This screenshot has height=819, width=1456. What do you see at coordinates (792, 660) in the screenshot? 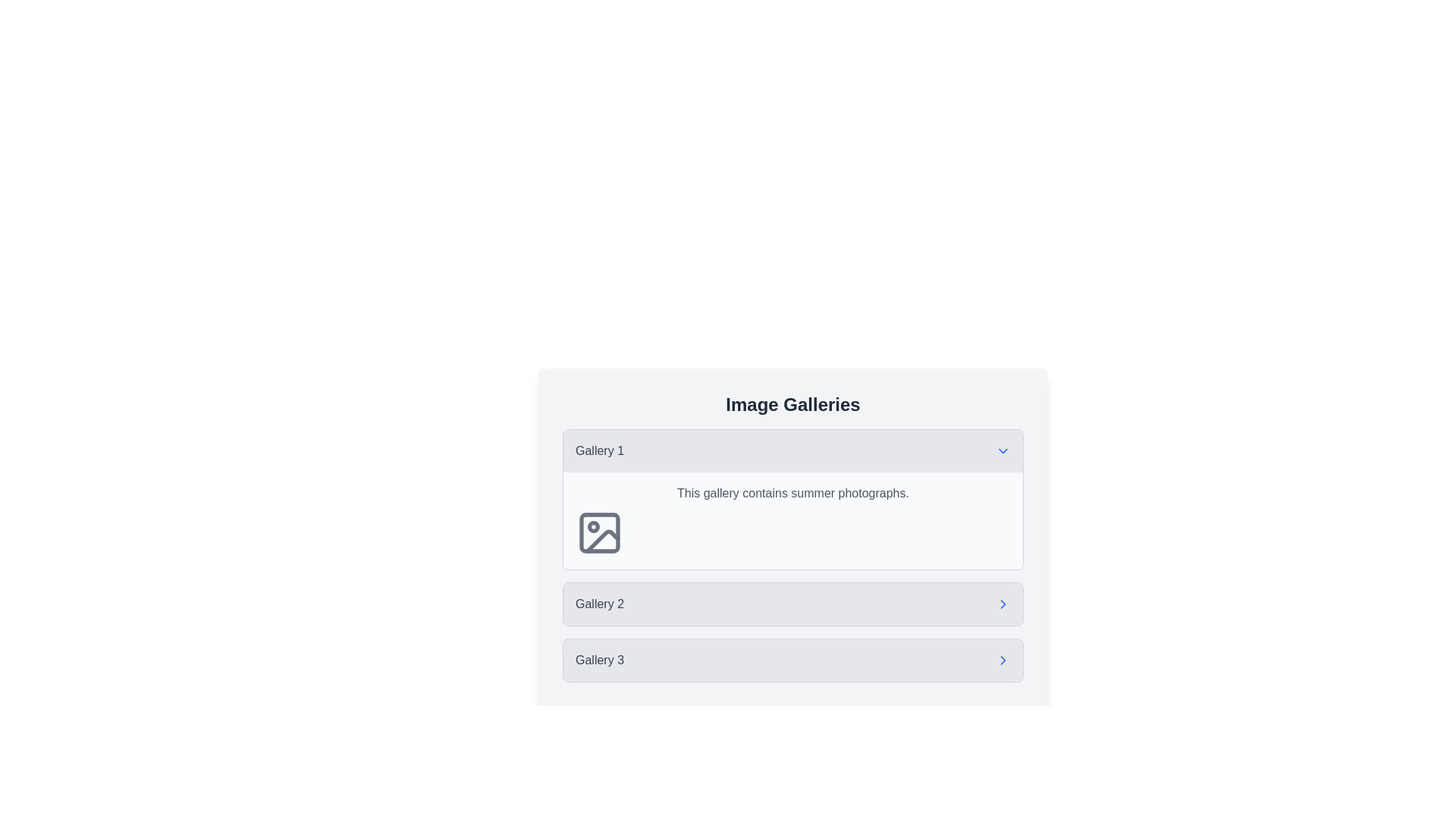
I see `the navigational button located below 'Gallery 2'` at bounding box center [792, 660].